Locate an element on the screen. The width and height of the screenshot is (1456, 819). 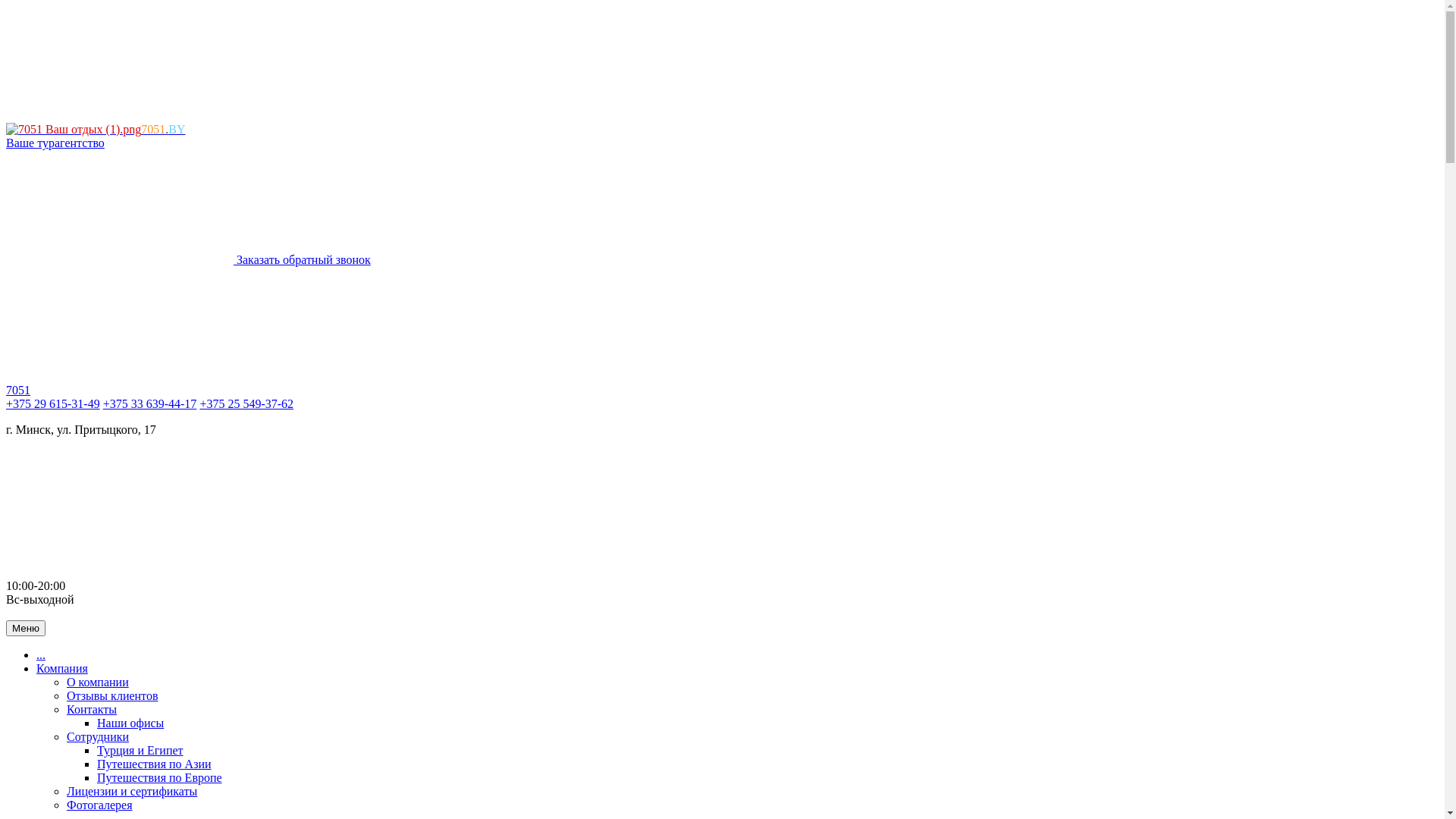
'7051' is located at coordinates (18, 389).